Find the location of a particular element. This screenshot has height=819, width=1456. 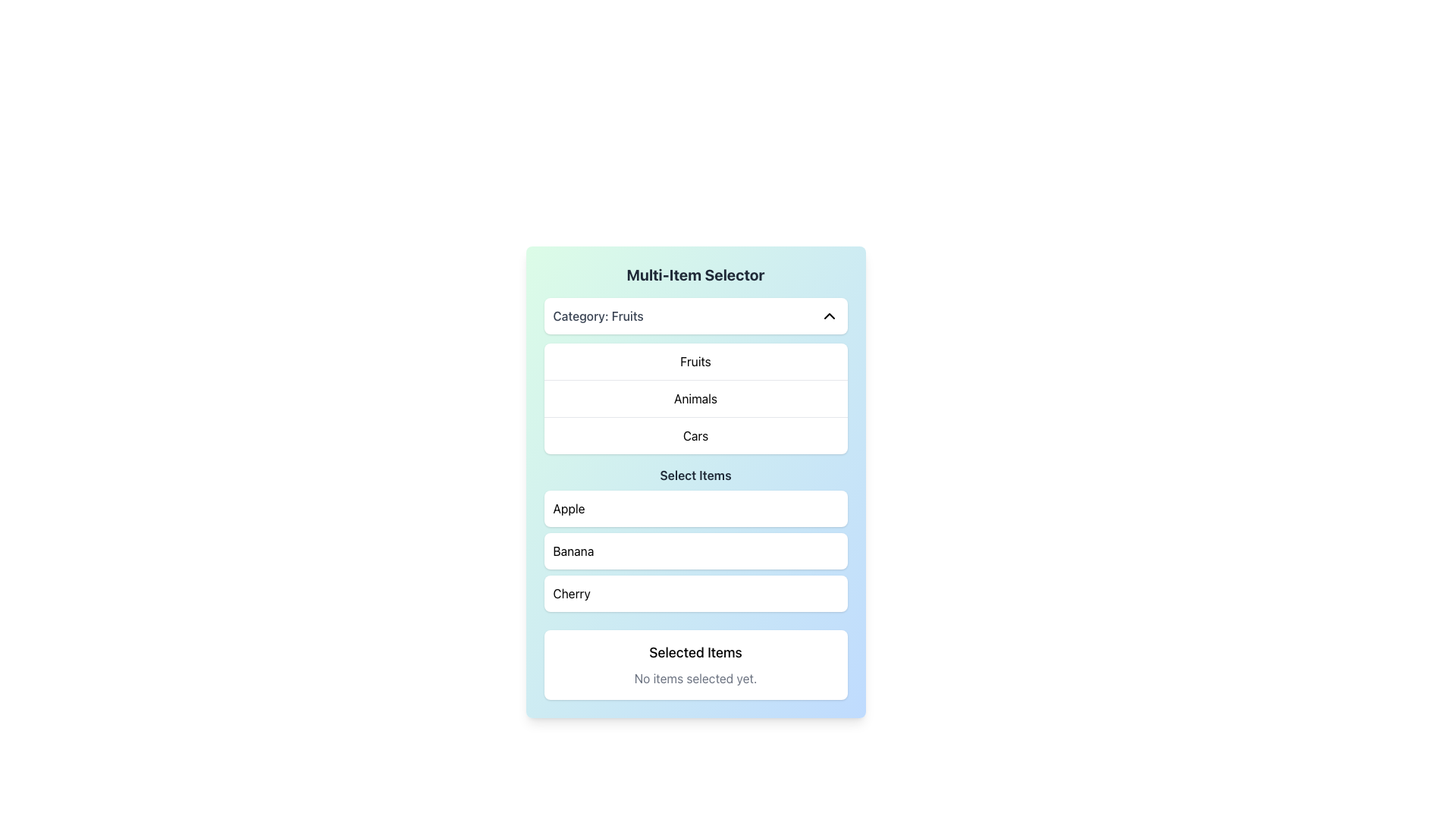

the 'Animals' menu item in the dropdown menu is located at coordinates (695, 397).